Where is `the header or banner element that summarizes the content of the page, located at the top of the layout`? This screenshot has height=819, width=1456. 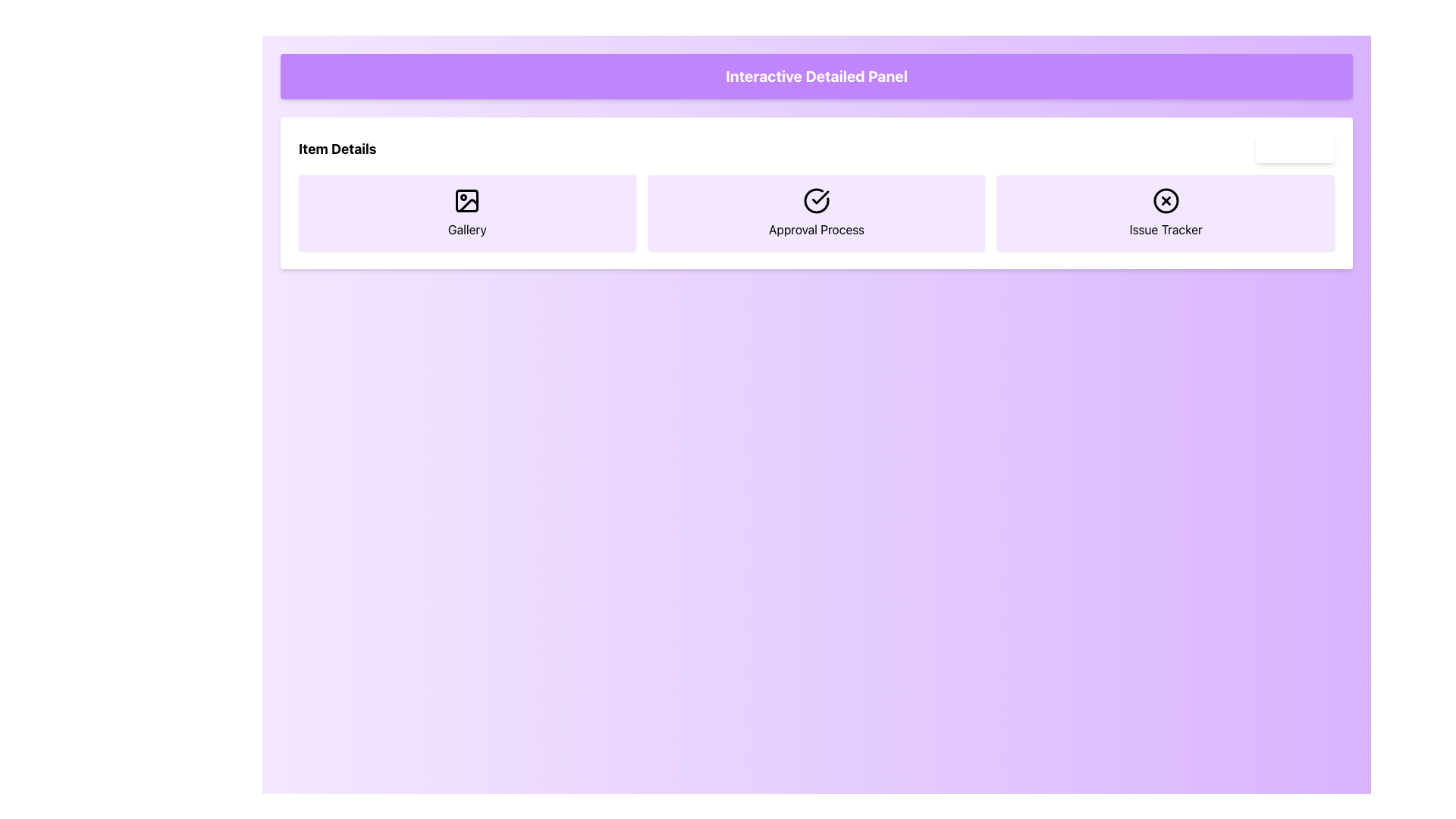 the header or banner element that summarizes the content of the page, located at the top of the layout is located at coordinates (815, 76).